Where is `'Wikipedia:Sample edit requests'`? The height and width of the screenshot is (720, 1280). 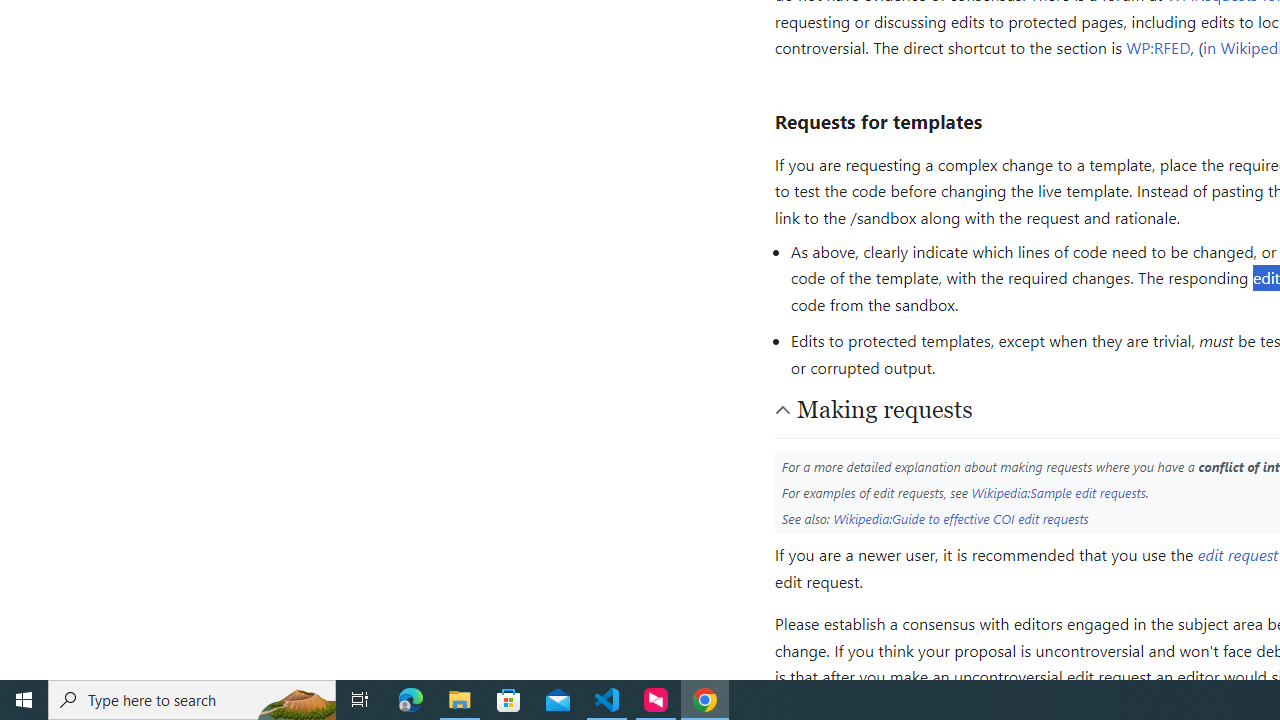
'Wikipedia:Sample edit requests' is located at coordinates (1057, 492).